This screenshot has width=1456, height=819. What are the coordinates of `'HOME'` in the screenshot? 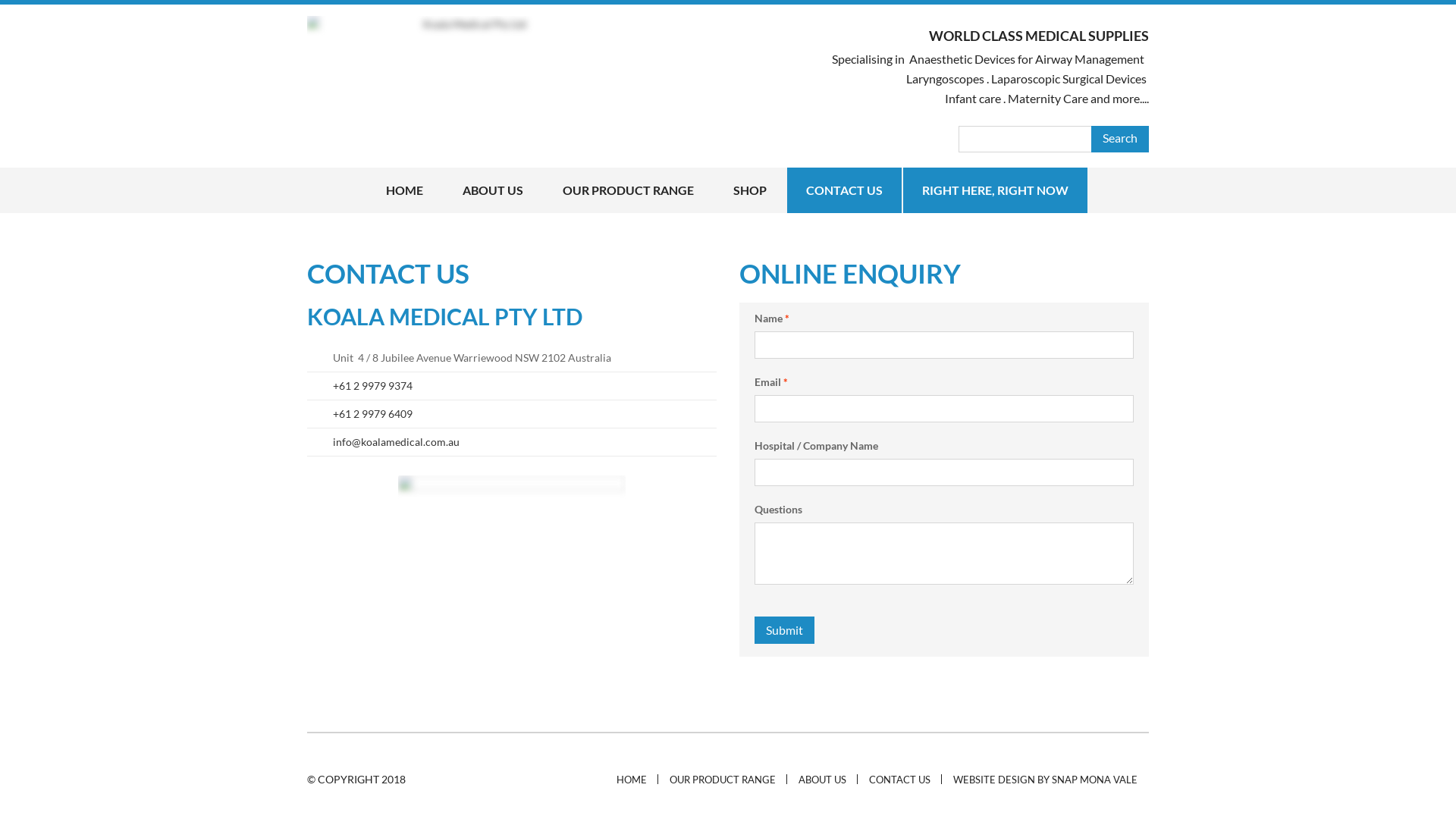 It's located at (632, 780).